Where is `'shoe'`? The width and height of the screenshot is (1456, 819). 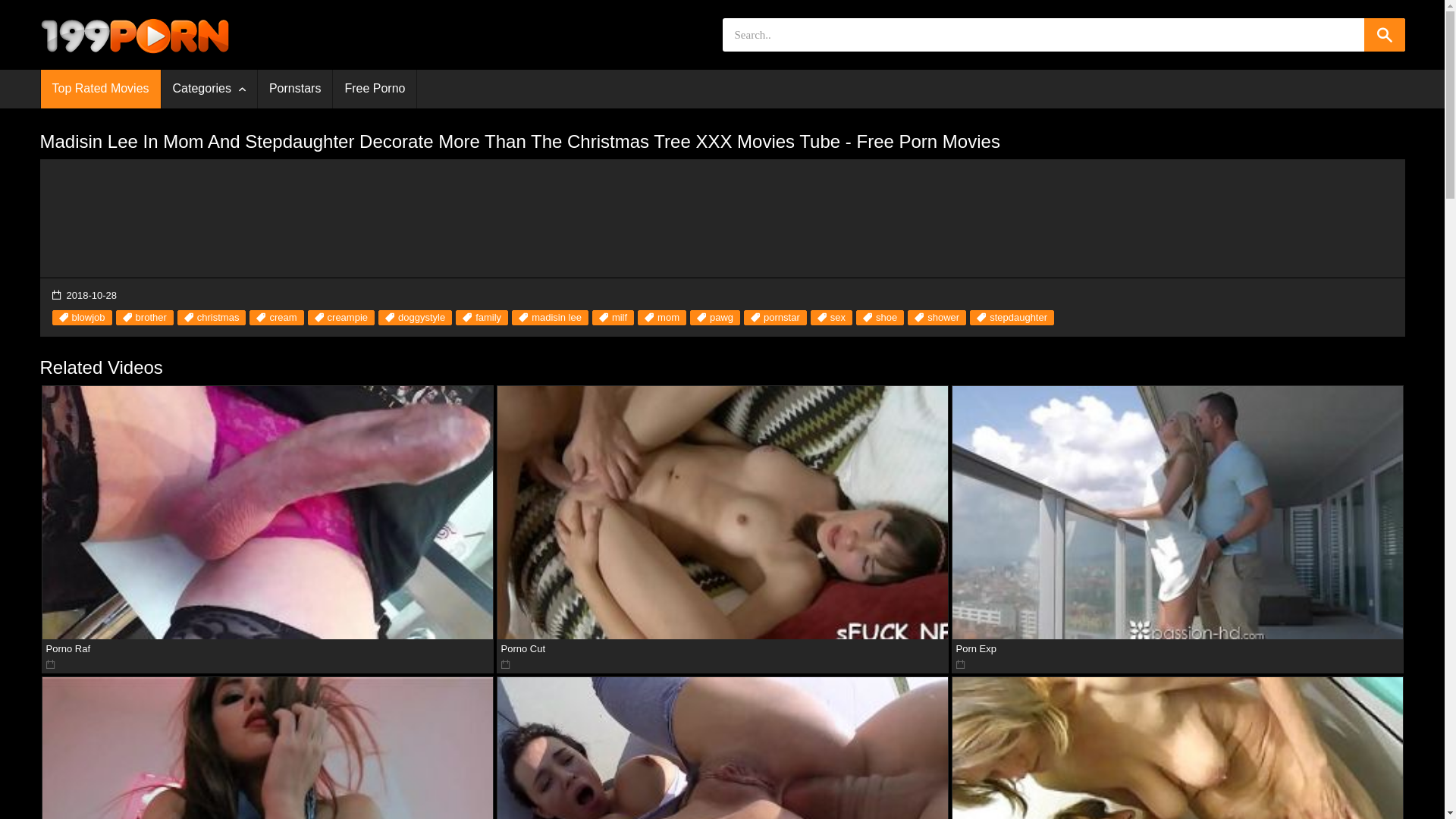 'shoe' is located at coordinates (880, 317).